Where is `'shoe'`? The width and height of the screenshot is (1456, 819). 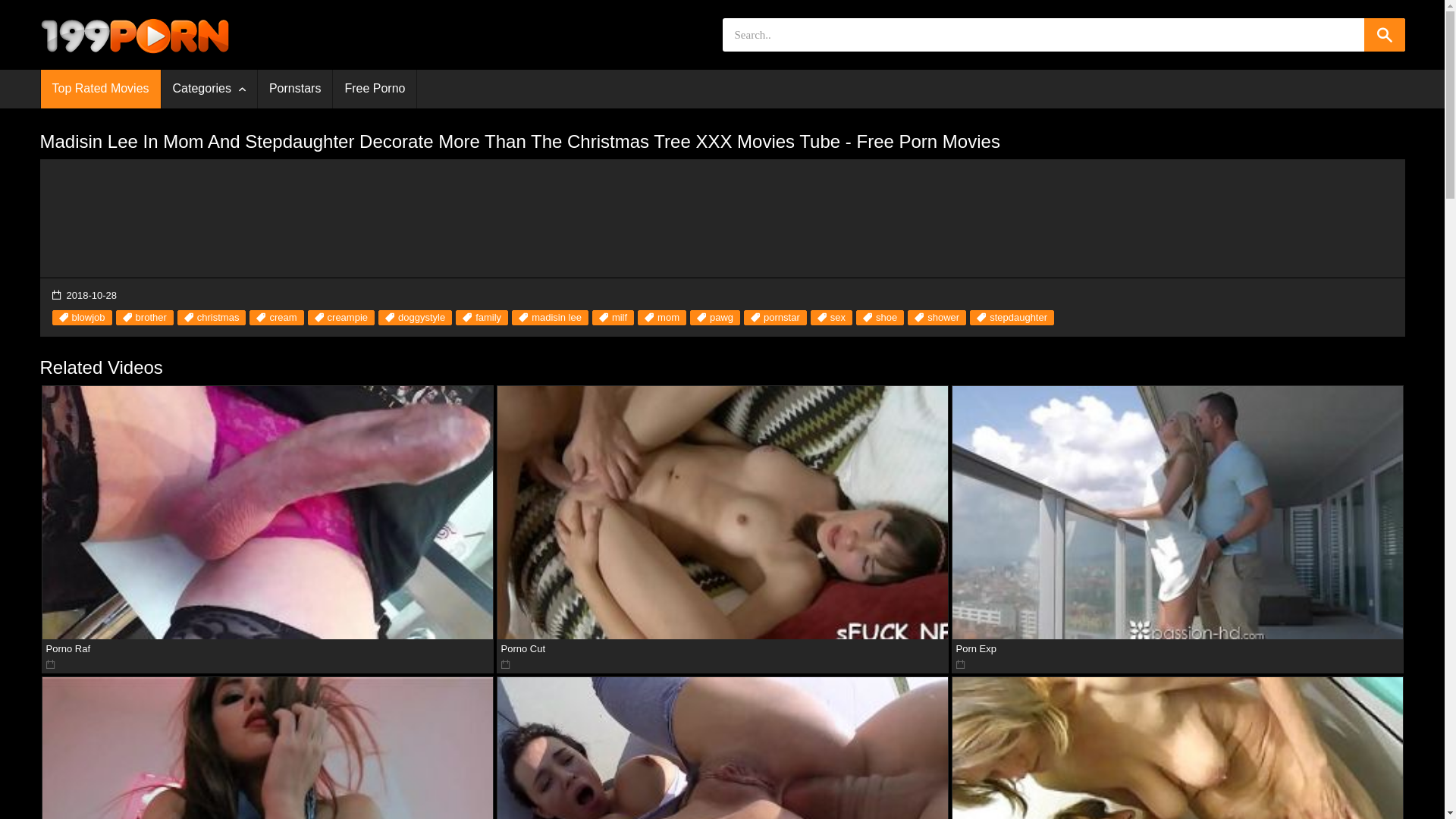 'shoe' is located at coordinates (880, 317).